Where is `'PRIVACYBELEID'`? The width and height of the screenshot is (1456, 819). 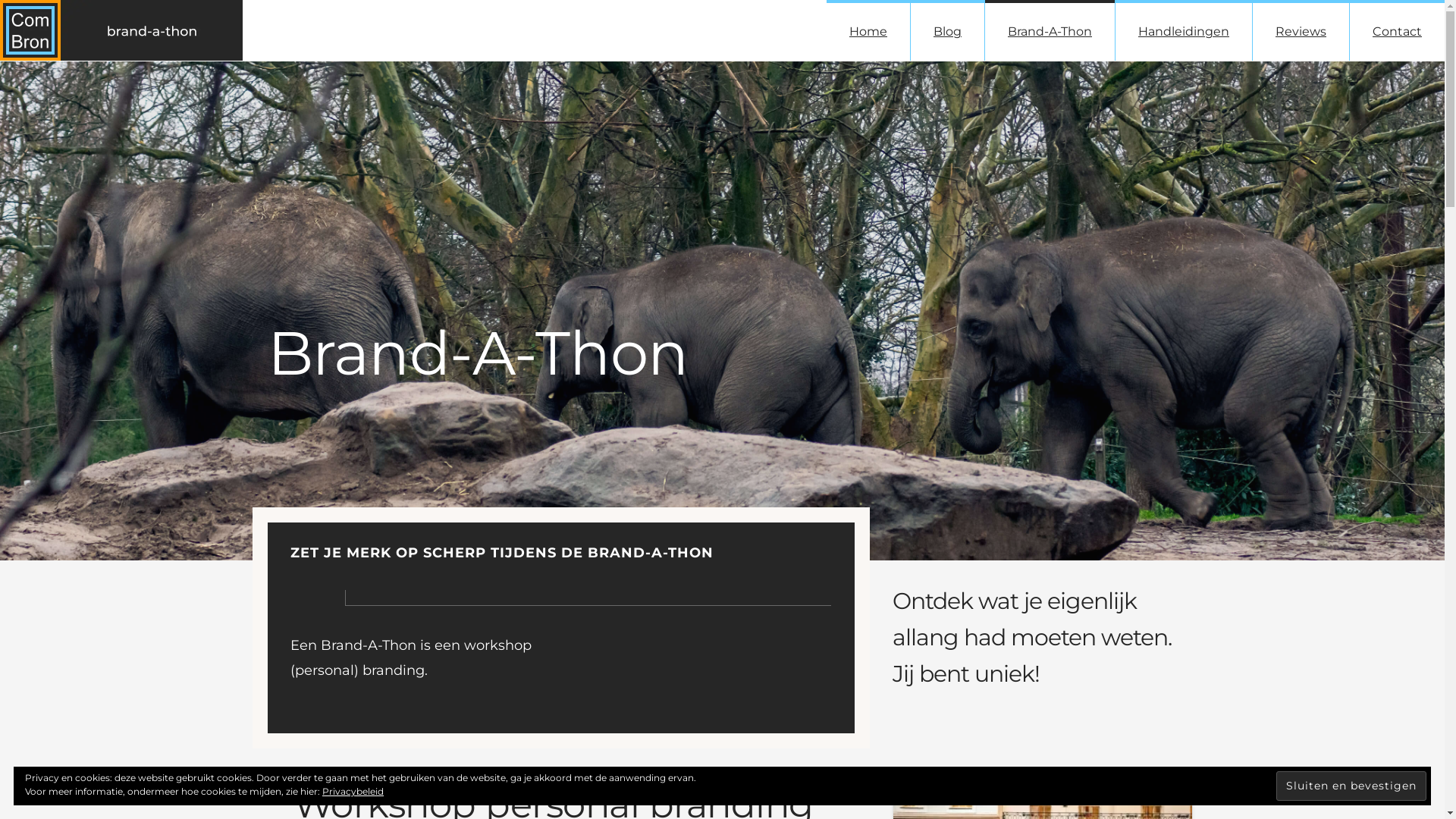
'PRIVACYBELEID' is located at coordinates (491, 775).